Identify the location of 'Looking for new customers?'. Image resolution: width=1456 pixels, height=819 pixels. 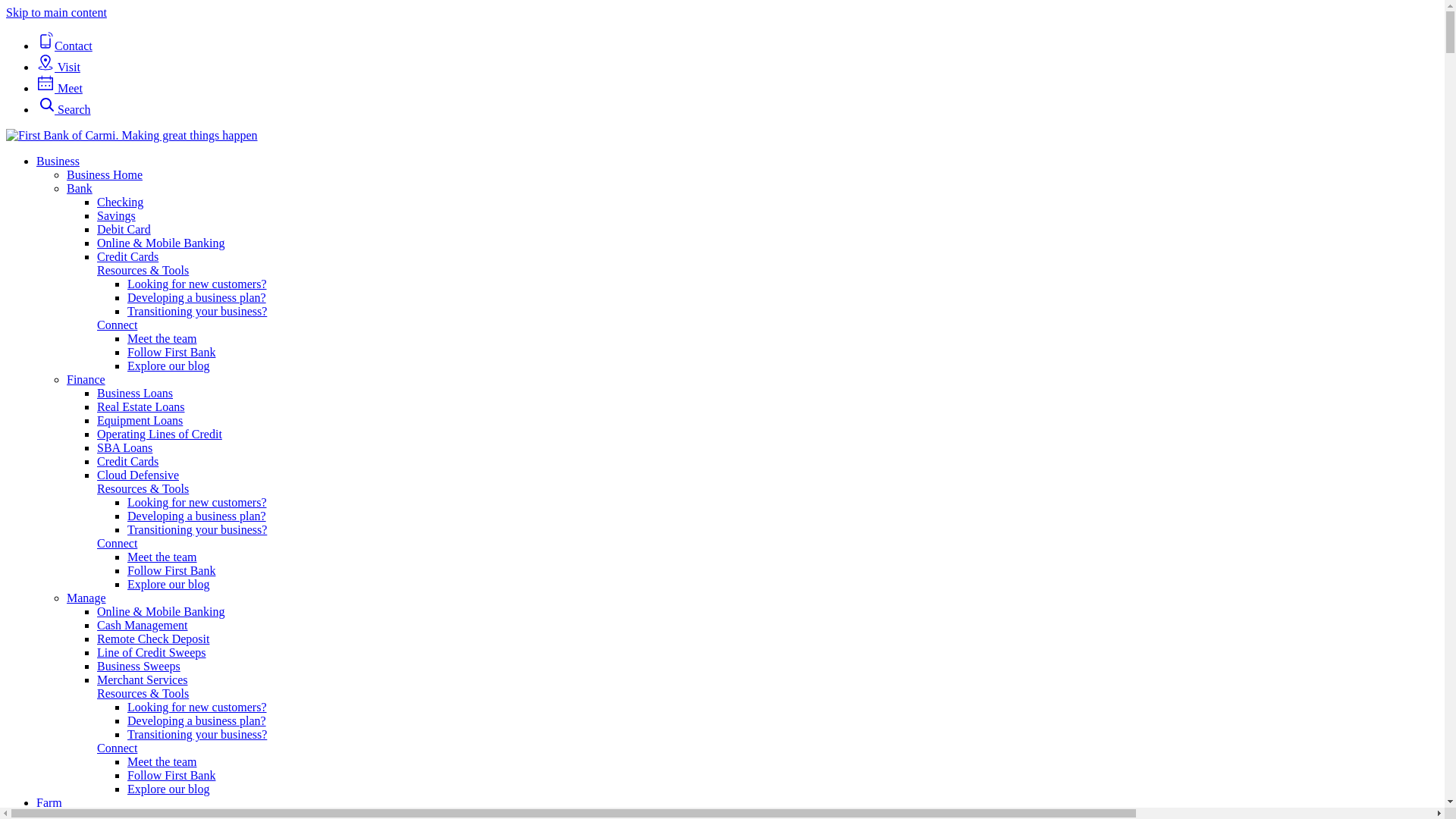
(196, 284).